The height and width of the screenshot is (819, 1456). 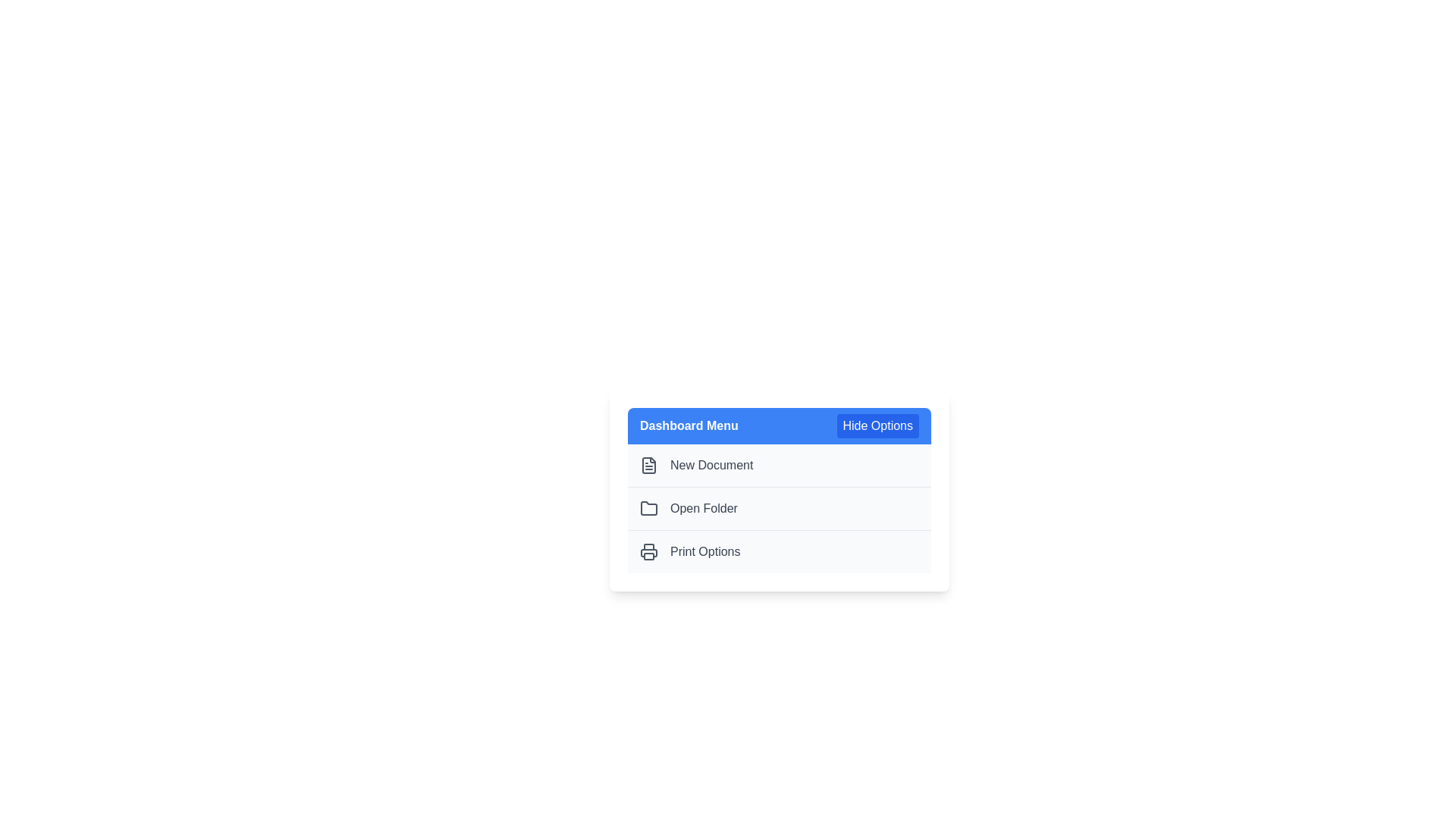 What do you see at coordinates (648, 509) in the screenshot?
I see `the folder icon, which is a gray outlined graphical depiction of a folder, located in the second position under the 'Open Folder' label` at bounding box center [648, 509].